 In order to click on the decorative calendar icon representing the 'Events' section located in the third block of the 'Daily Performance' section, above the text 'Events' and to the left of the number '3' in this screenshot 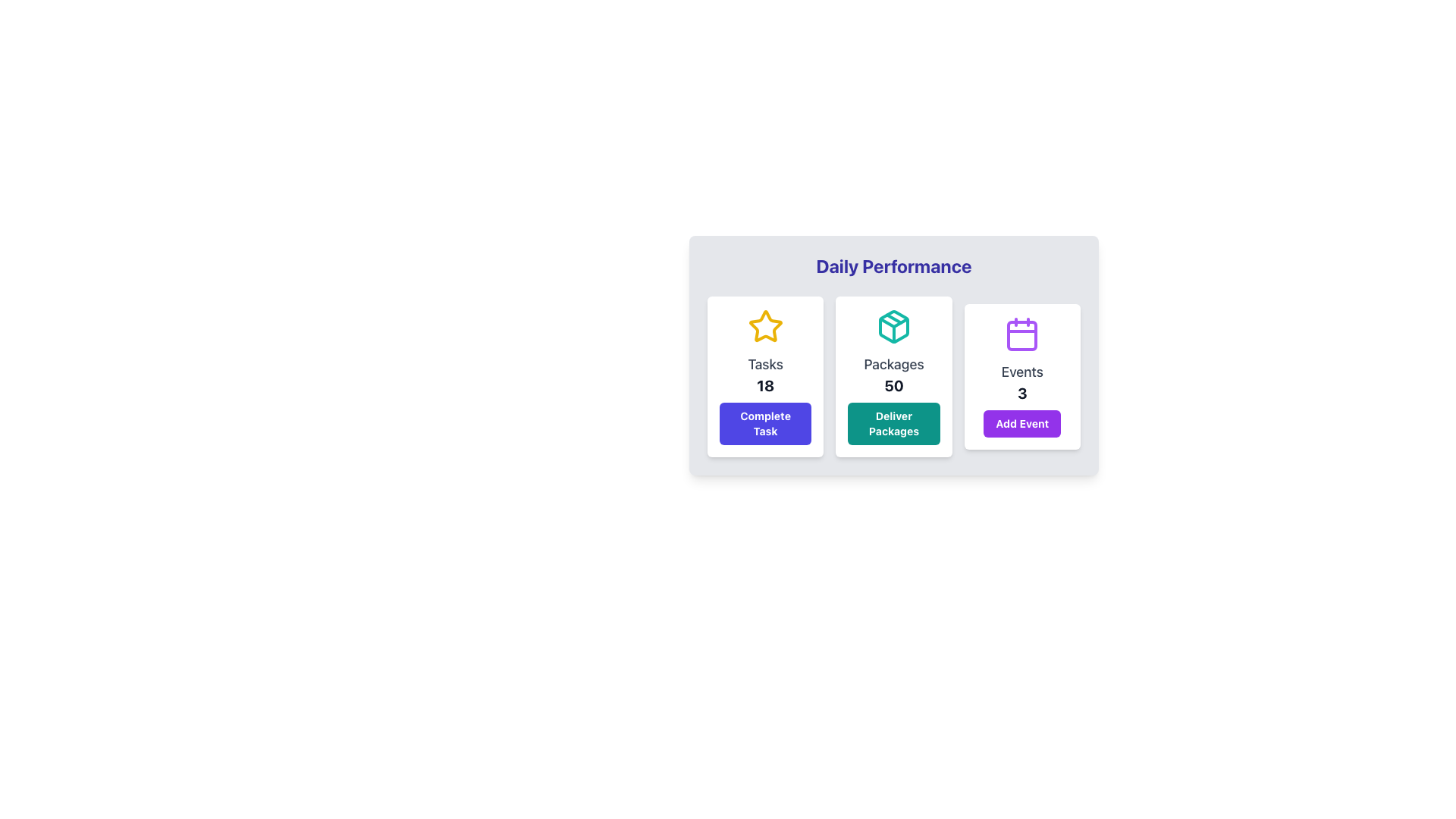, I will do `click(1022, 333)`.